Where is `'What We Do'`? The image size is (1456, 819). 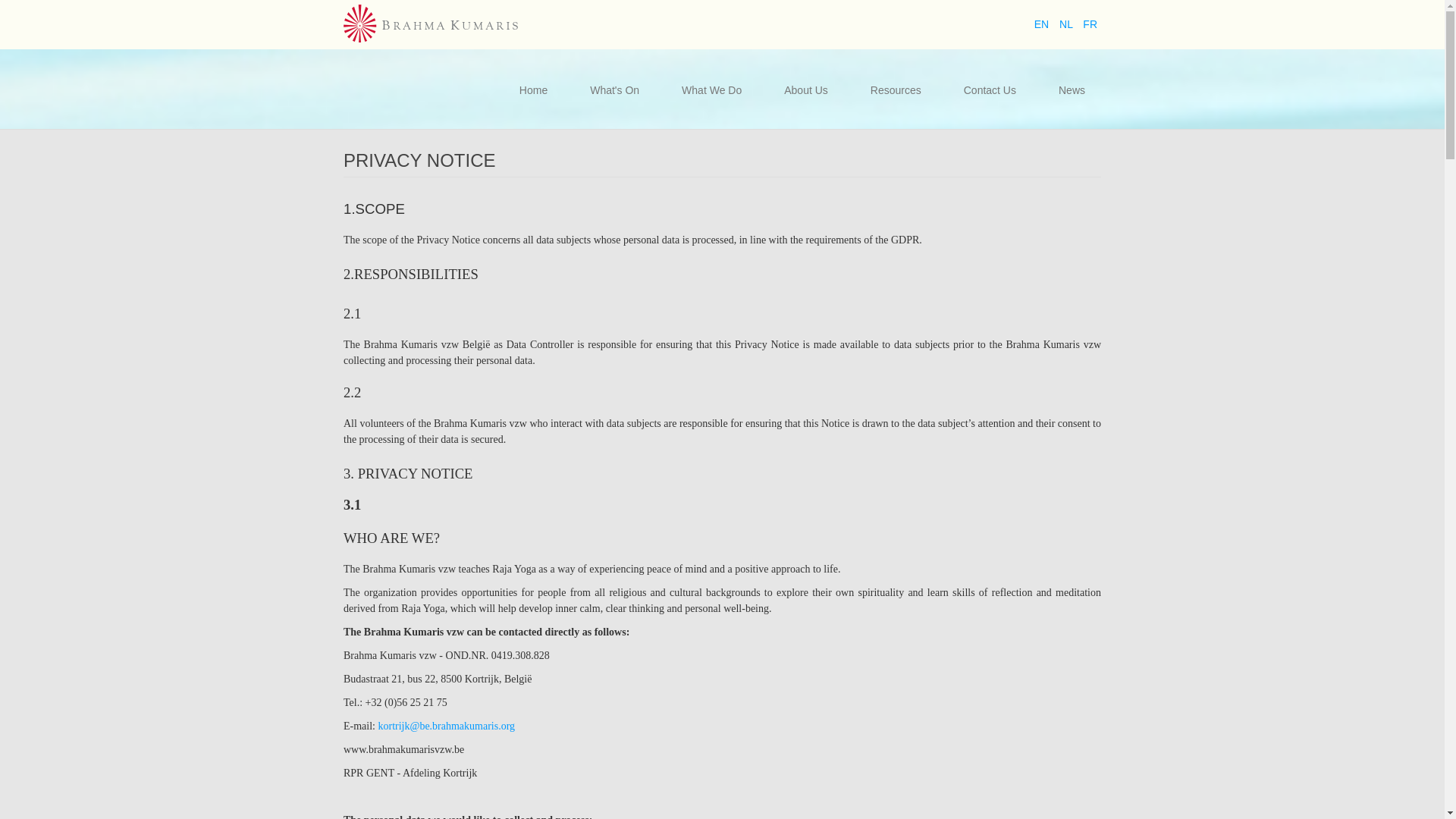 'What We Do' is located at coordinates (666, 90).